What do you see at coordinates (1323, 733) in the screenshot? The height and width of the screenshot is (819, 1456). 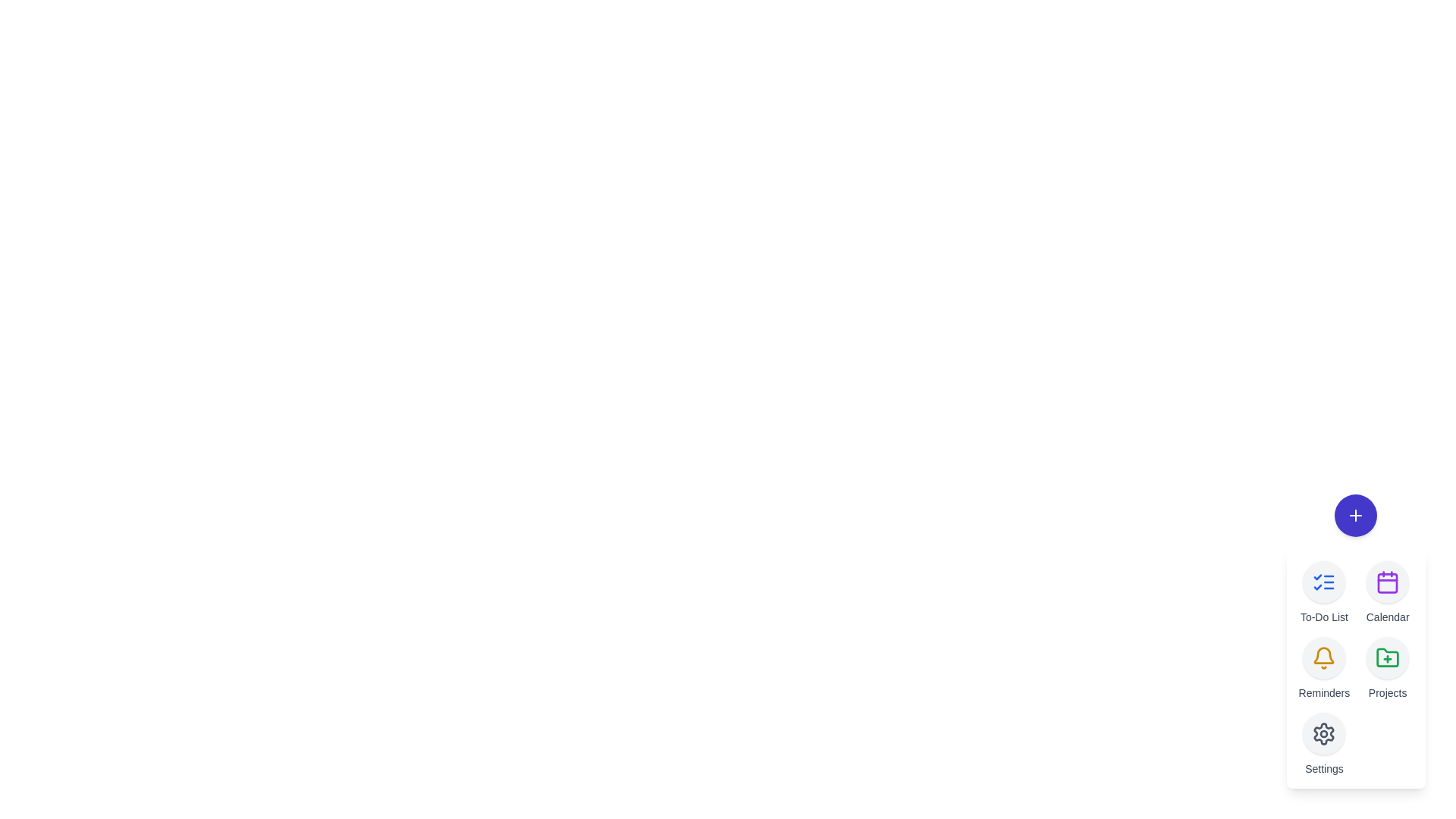 I see `the 'Settings' button in the TaskSpeedDial component` at bounding box center [1323, 733].